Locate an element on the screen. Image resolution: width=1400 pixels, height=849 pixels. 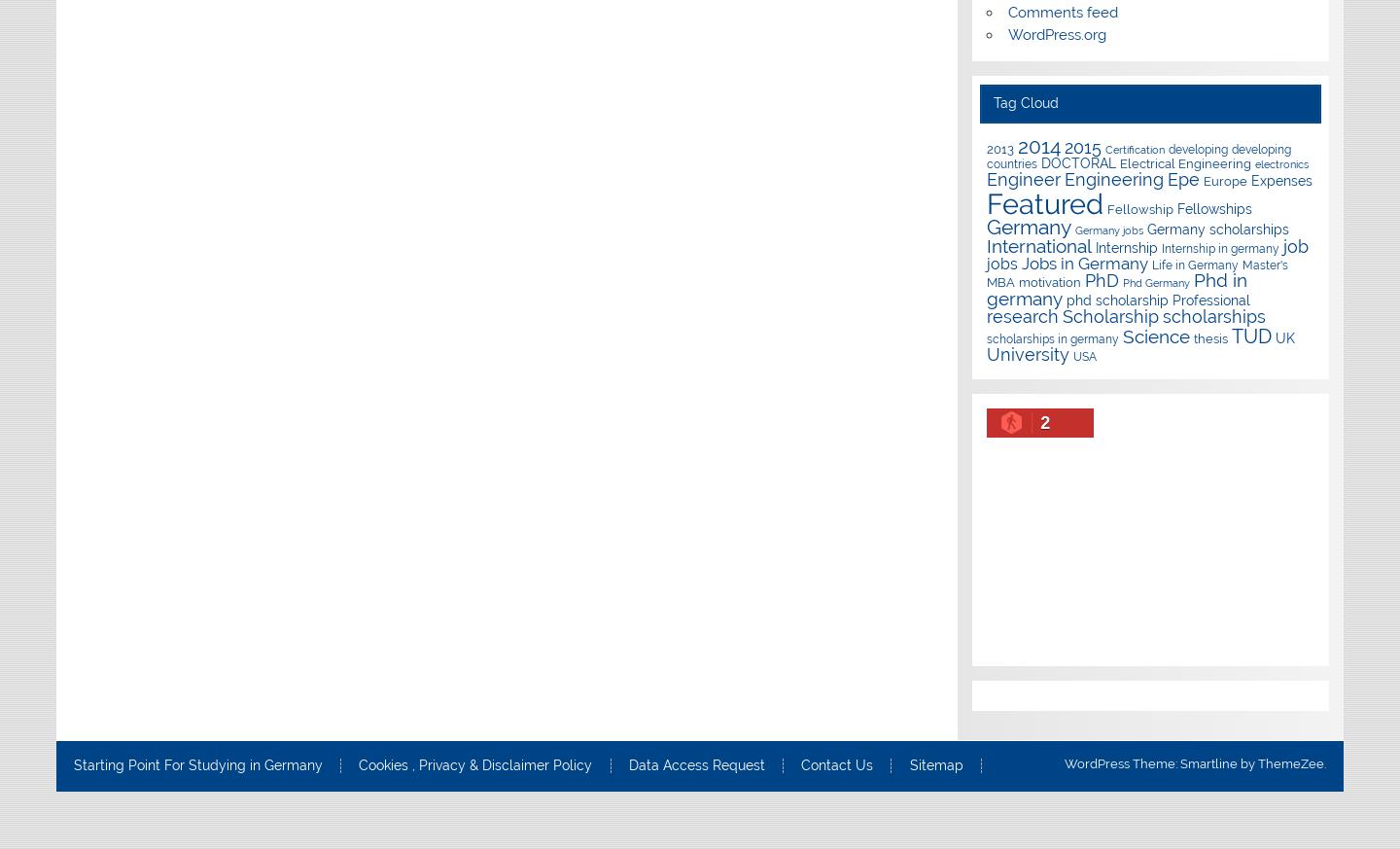
'Tag Cloud' is located at coordinates (991, 102).